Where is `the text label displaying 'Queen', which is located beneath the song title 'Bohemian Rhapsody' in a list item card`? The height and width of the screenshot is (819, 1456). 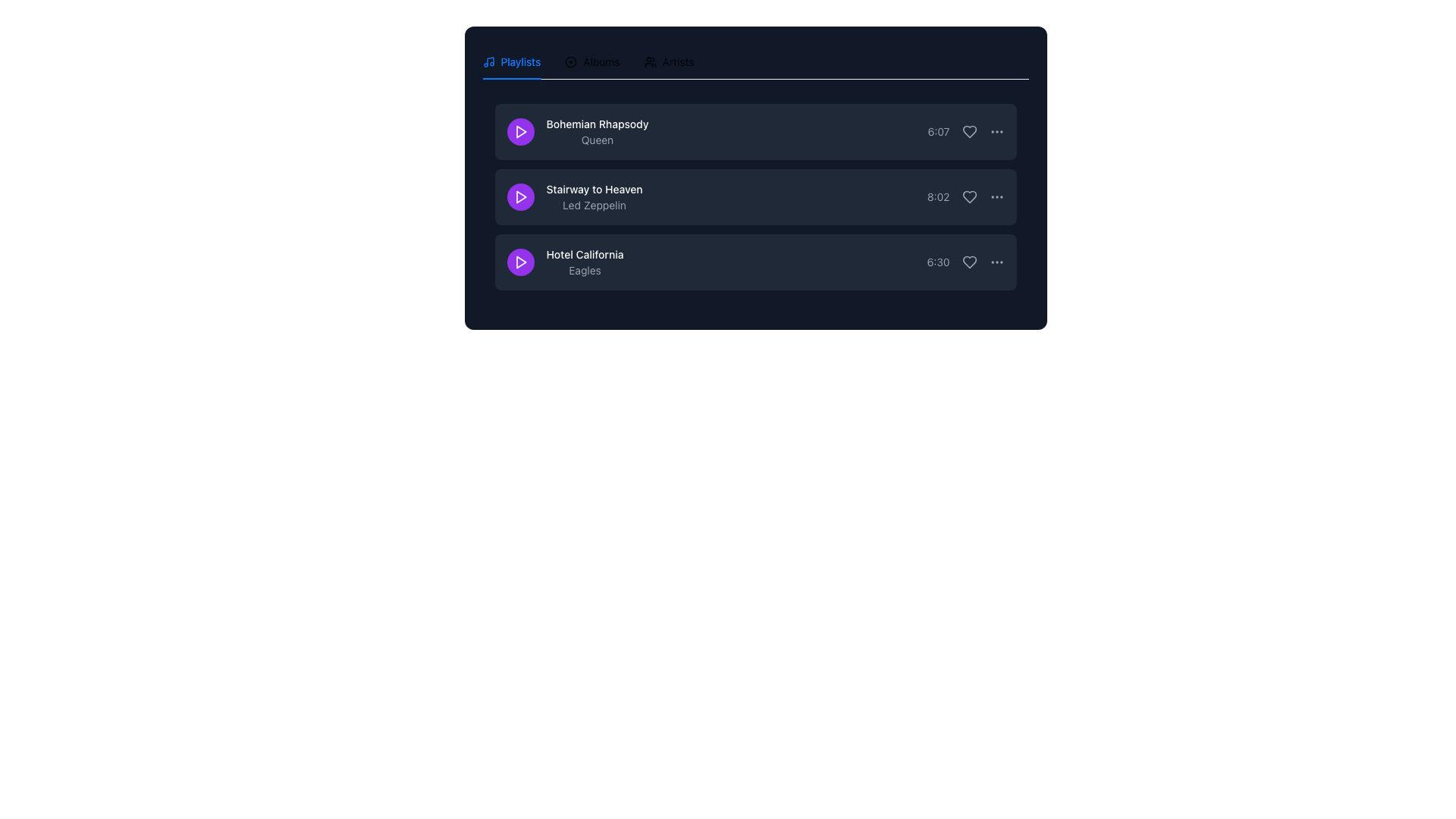
the text label displaying 'Queen', which is located beneath the song title 'Bohemian Rhapsody' in a list item card is located at coordinates (596, 140).